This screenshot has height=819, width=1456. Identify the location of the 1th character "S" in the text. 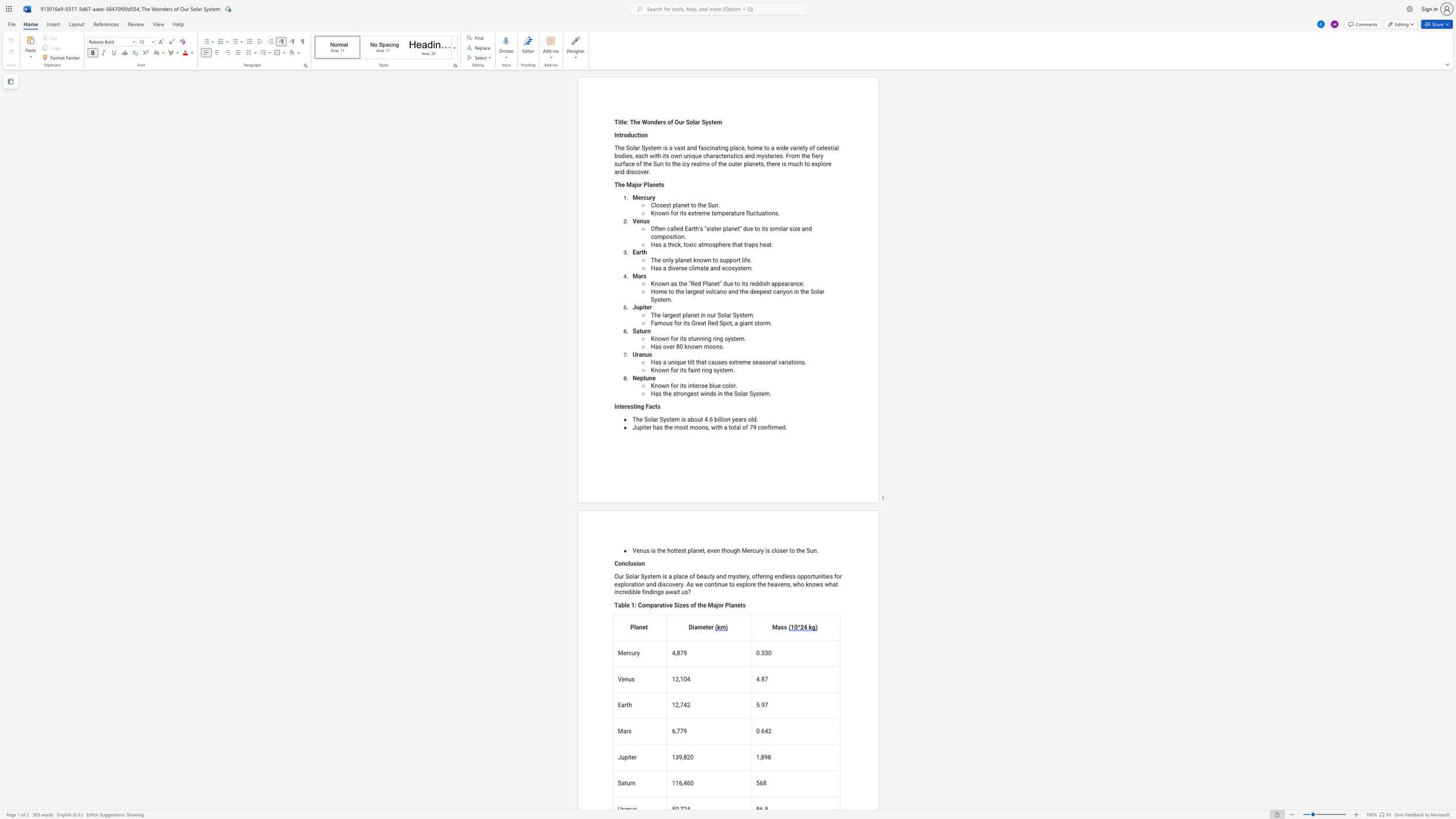
(645, 419).